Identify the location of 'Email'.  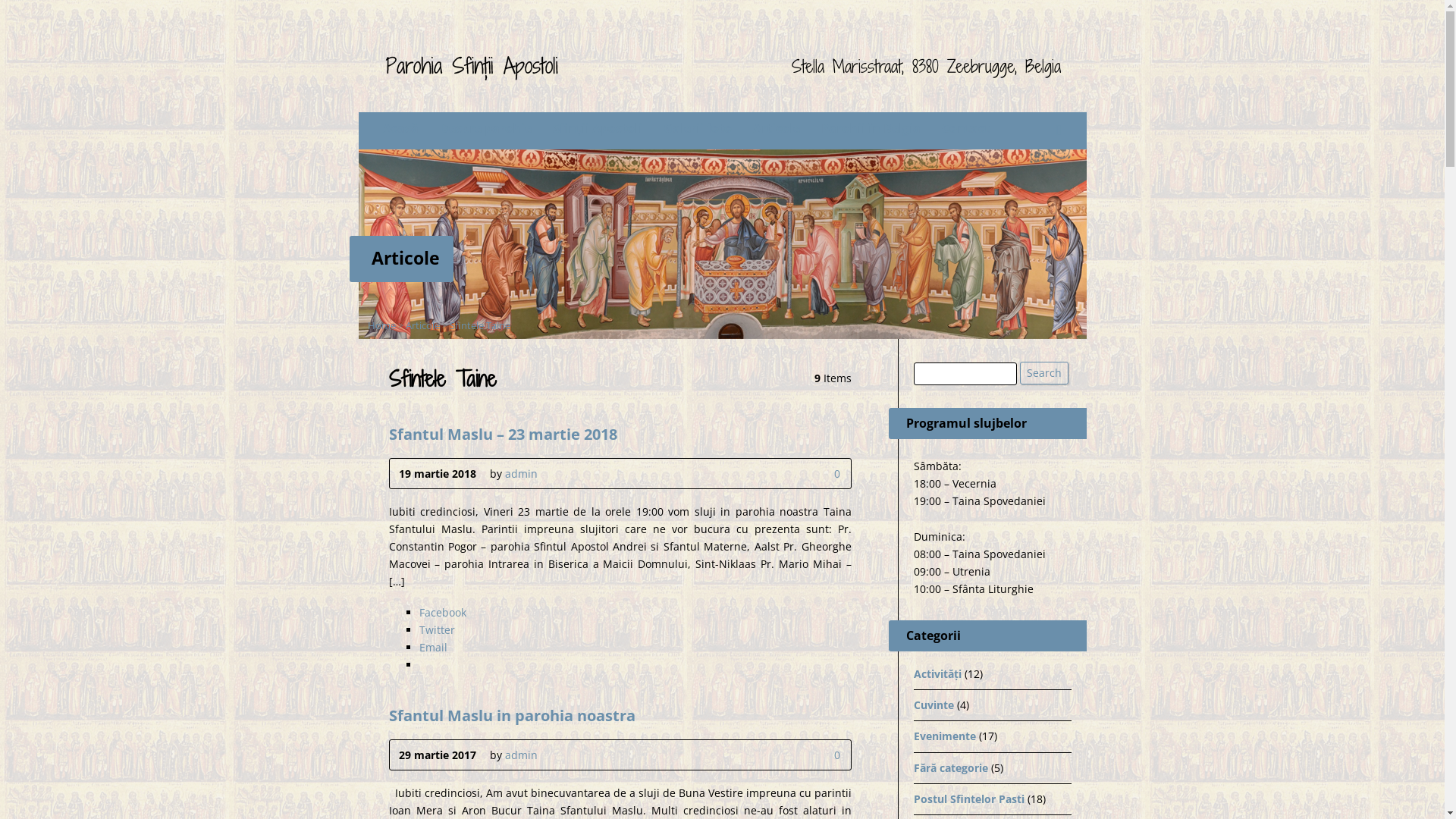
(419, 647).